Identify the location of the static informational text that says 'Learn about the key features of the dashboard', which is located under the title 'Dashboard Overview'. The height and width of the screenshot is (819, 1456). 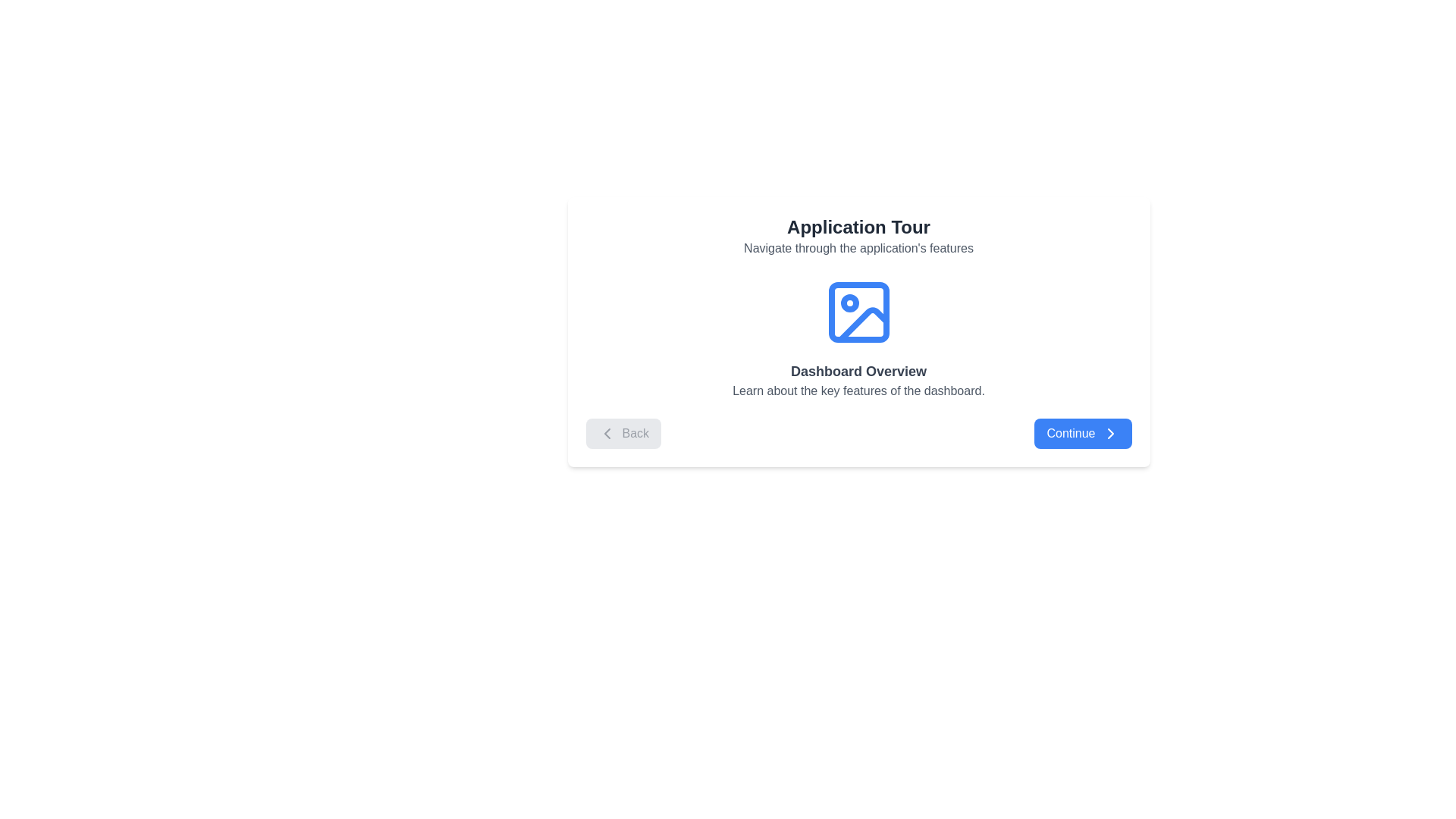
(858, 391).